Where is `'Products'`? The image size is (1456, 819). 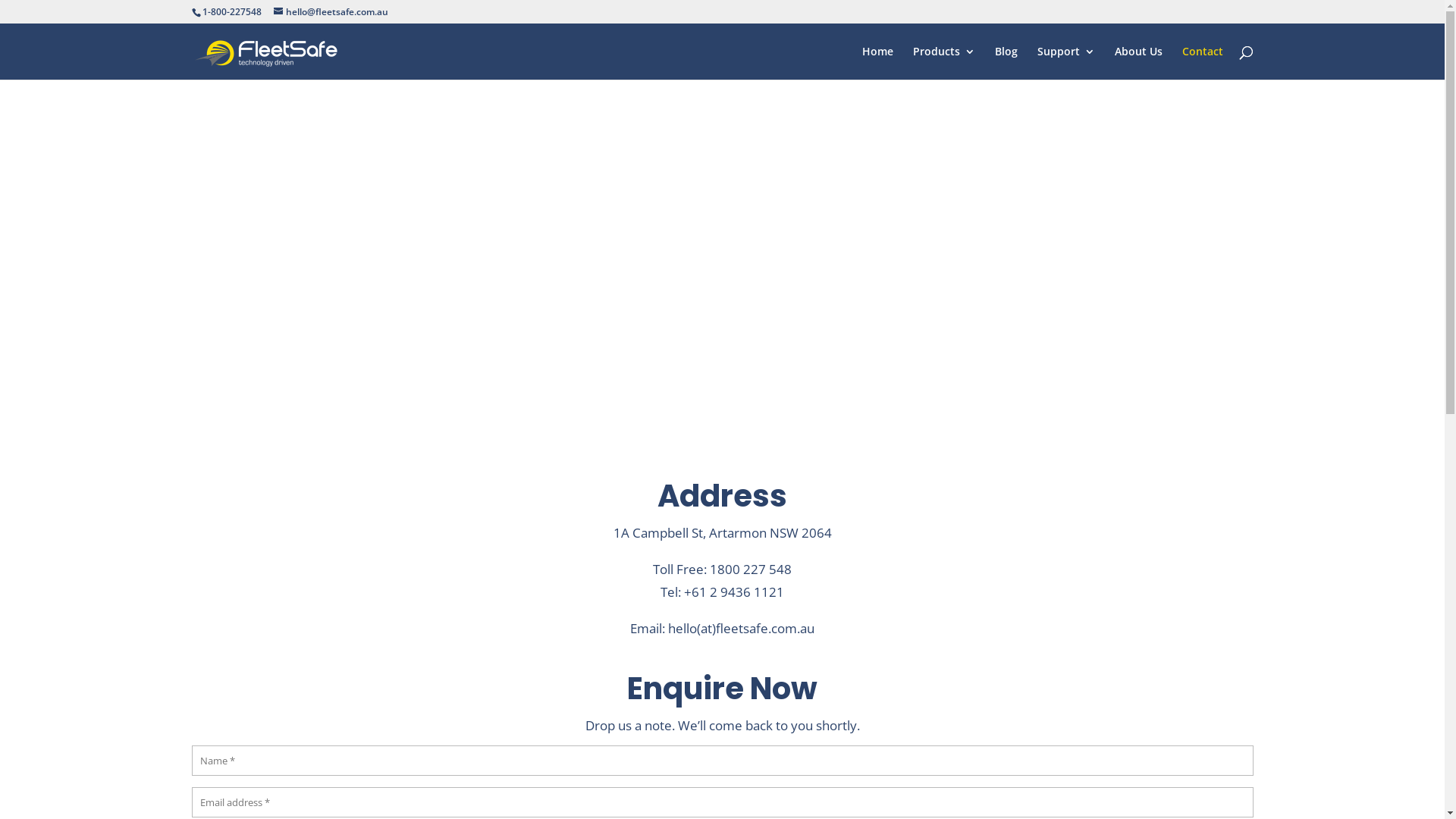
'Products' is located at coordinates (943, 62).